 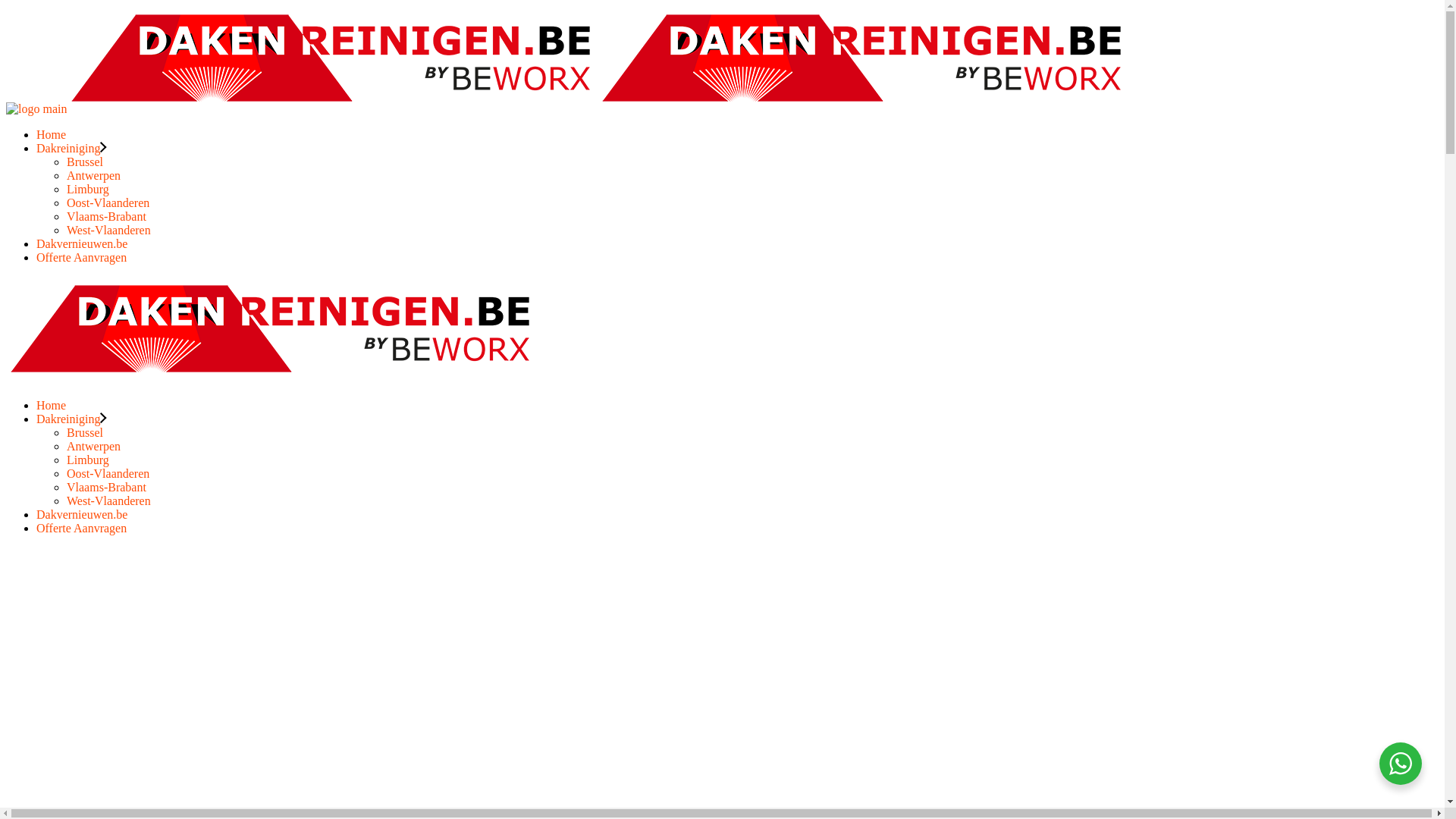 What do you see at coordinates (71, 148) in the screenshot?
I see `'Dakreiniging'` at bounding box center [71, 148].